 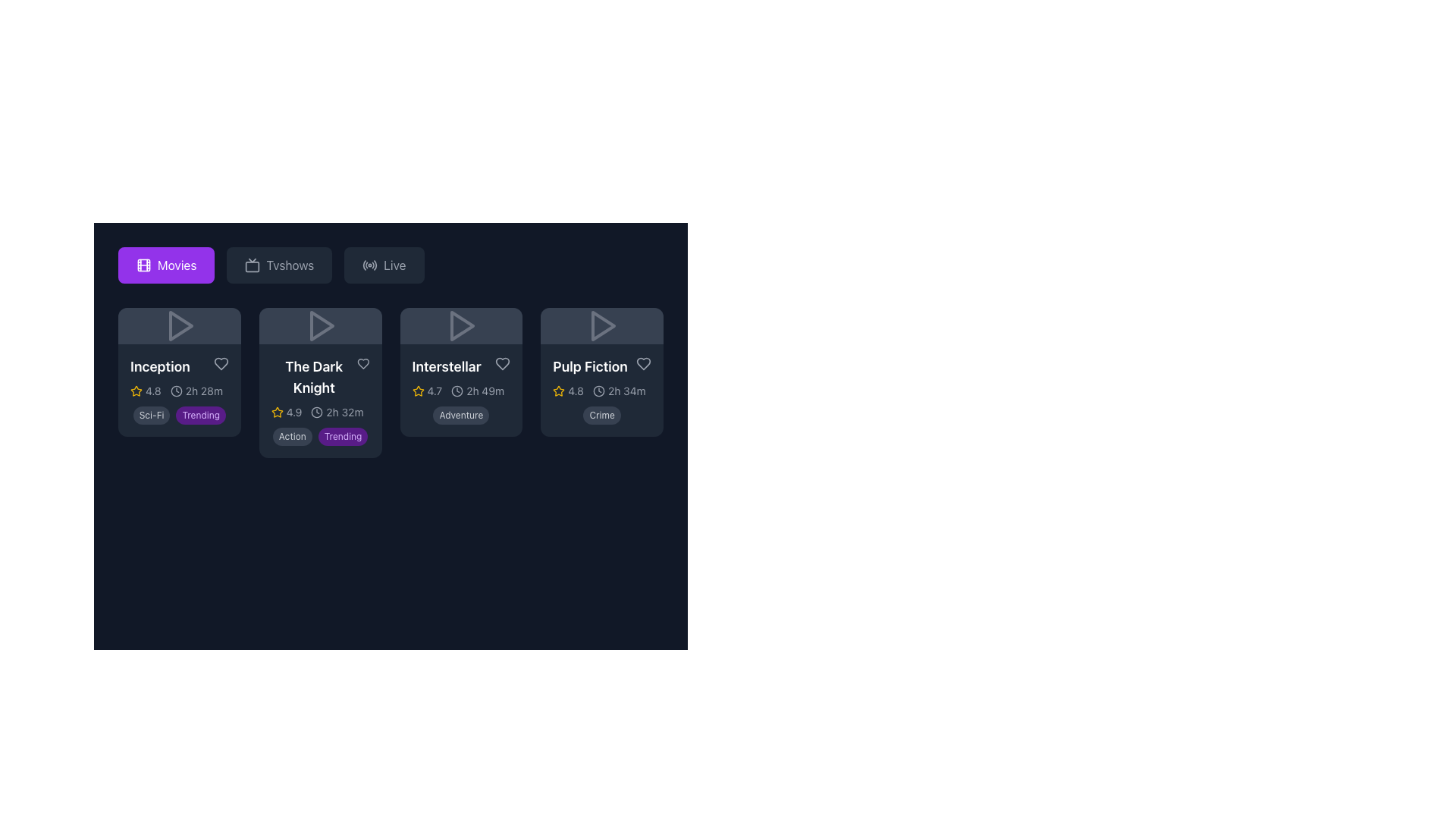 I want to click on the Rating display element showing the numeric rating '4.9' with a yellow star icon, located to the left of the duration text for the movie 'The Dark Knight', so click(x=287, y=412).